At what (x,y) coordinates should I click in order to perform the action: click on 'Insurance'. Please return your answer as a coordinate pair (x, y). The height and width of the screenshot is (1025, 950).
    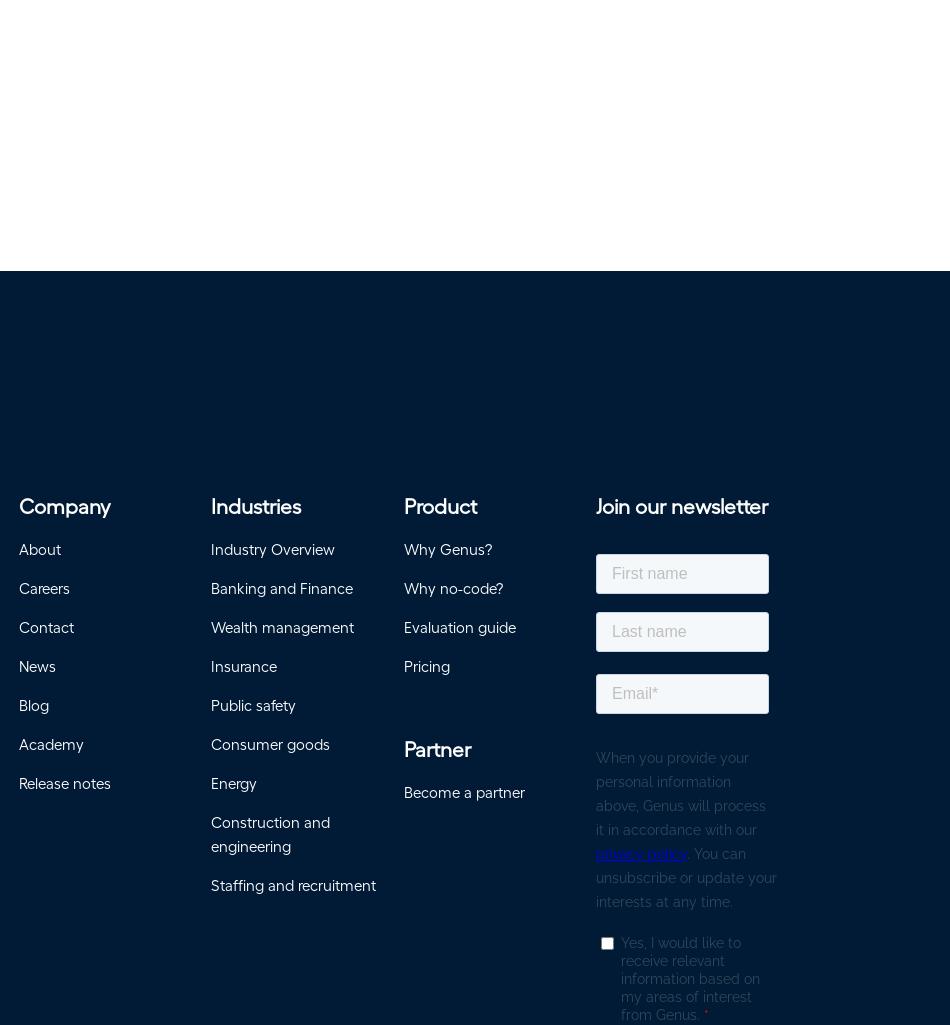
    Looking at the image, I should click on (242, 673).